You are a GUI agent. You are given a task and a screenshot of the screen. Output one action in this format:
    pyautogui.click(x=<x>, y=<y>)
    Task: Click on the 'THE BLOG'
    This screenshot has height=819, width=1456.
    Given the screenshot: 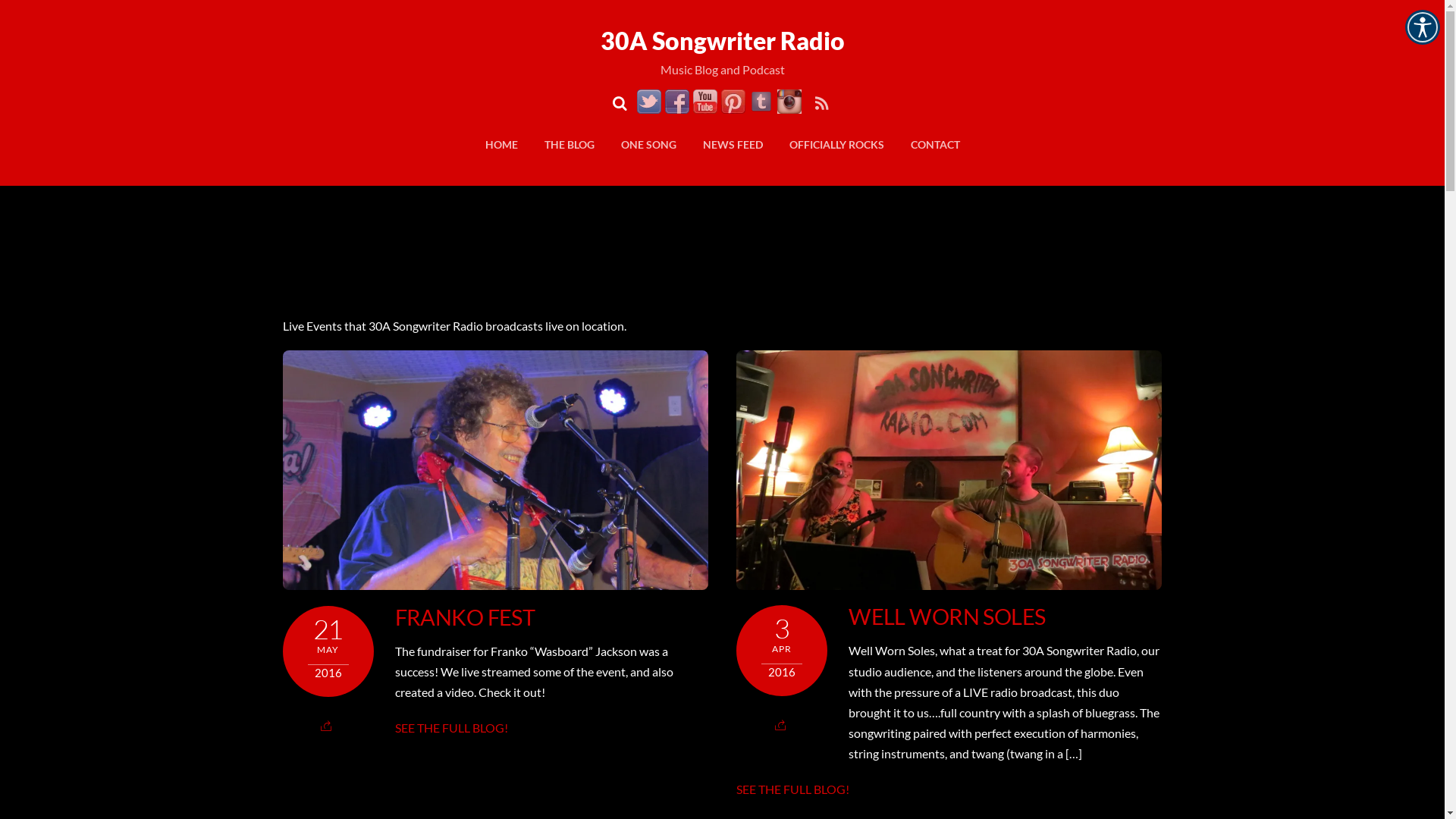 What is the action you would take?
    pyautogui.click(x=568, y=144)
    